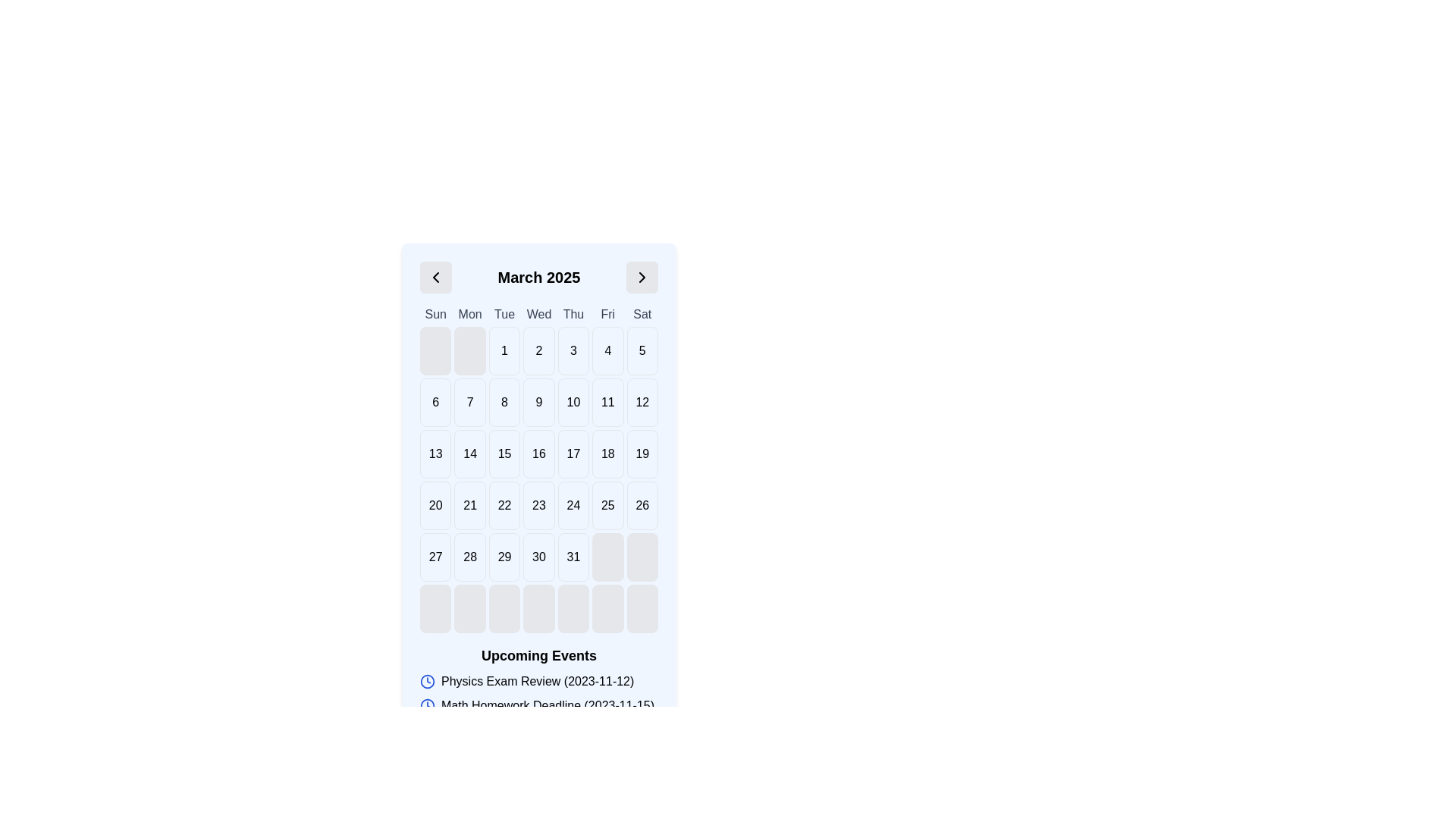 This screenshot has width=1456, height=819. I want to click on the clickable date field representing the date '3' in the March 2025 calendar grid, so click(573, 350).